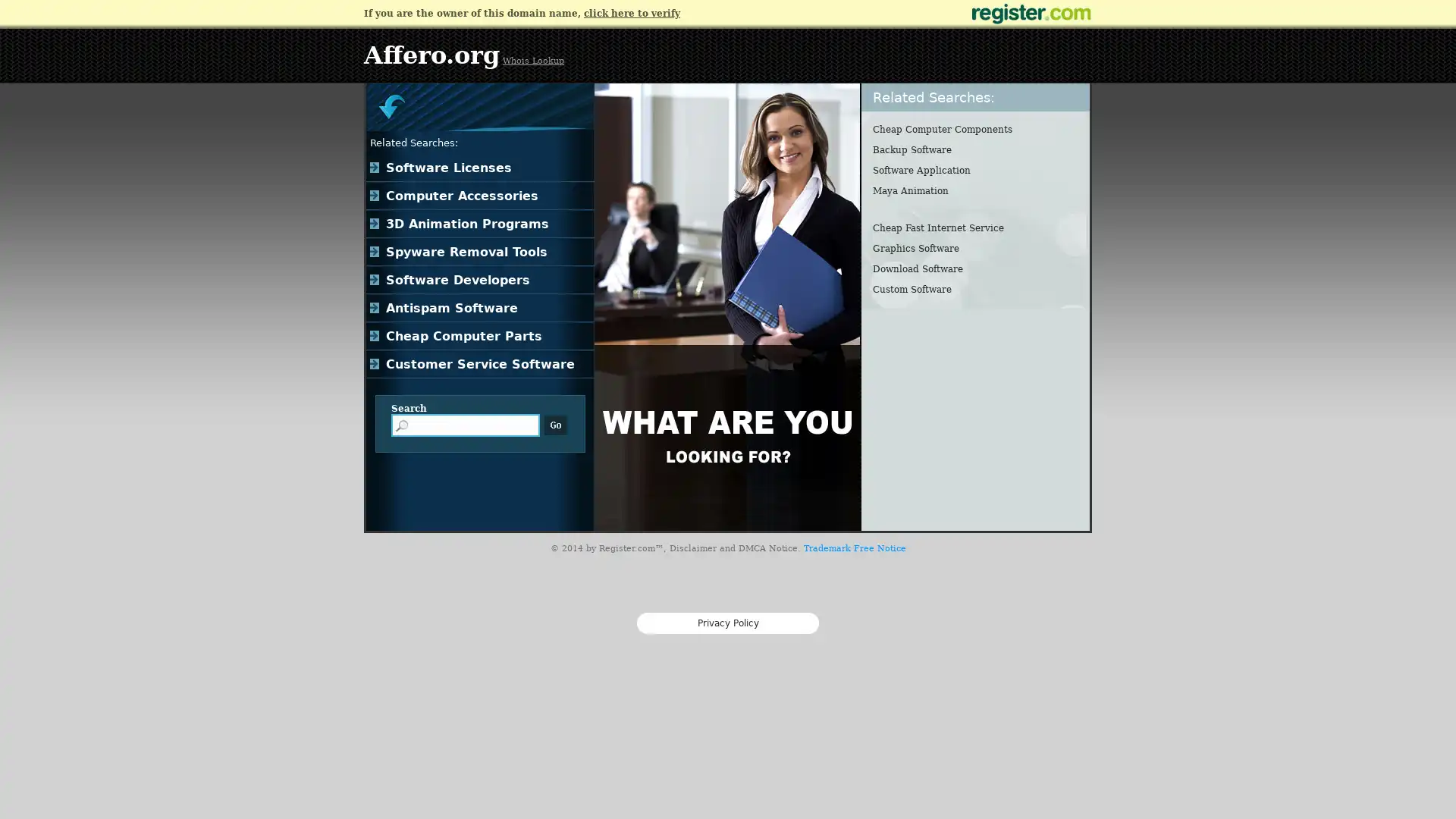 Image resolution: width=1456 pixels, height=819 pixels. What do you see at coordinates (555, 425) in the screenshot?
I see `Go` at bounding box center [555, 425].